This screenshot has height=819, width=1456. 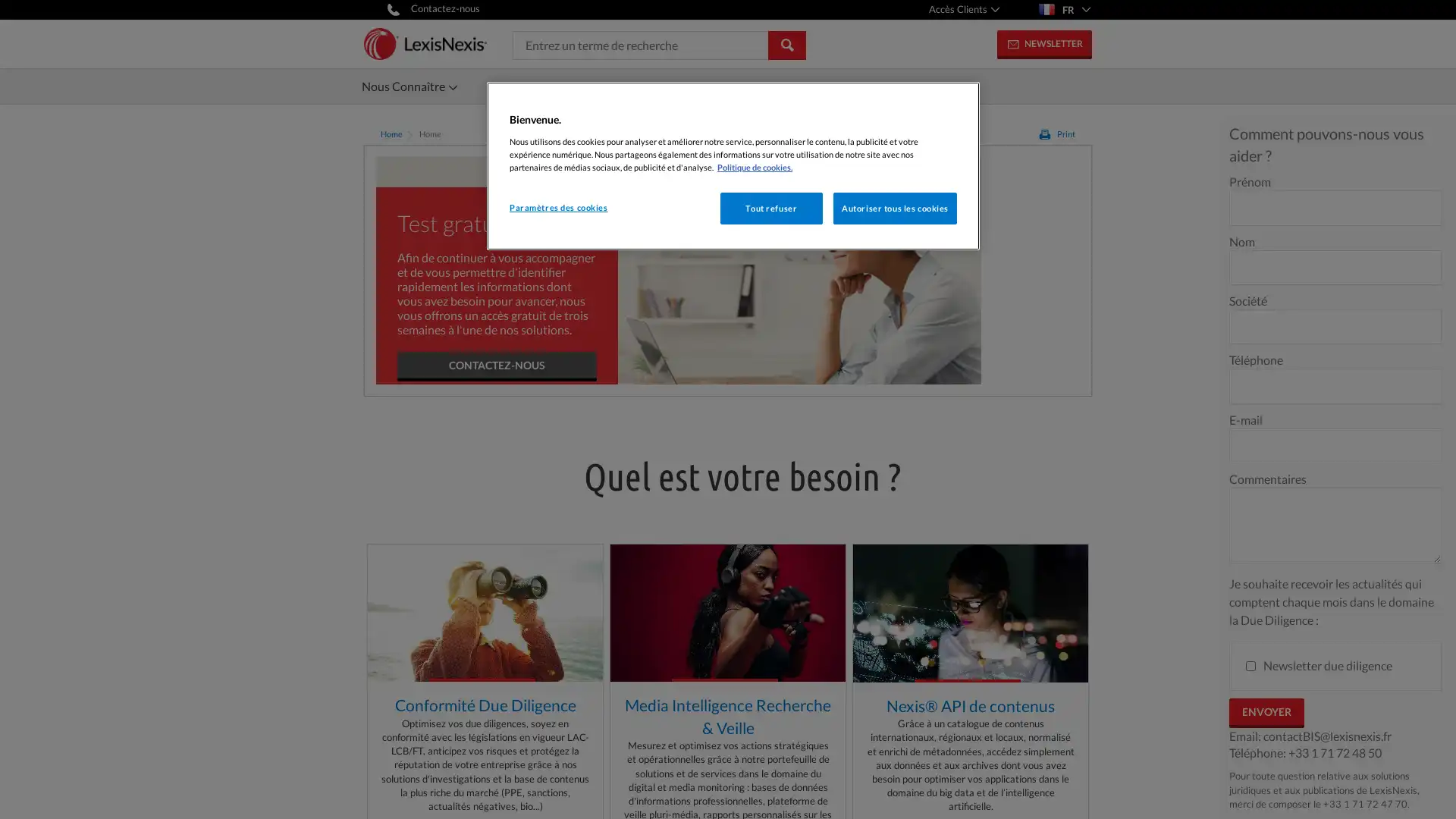 I want to click on Parametres des cookies, so click(x=560, y=207).